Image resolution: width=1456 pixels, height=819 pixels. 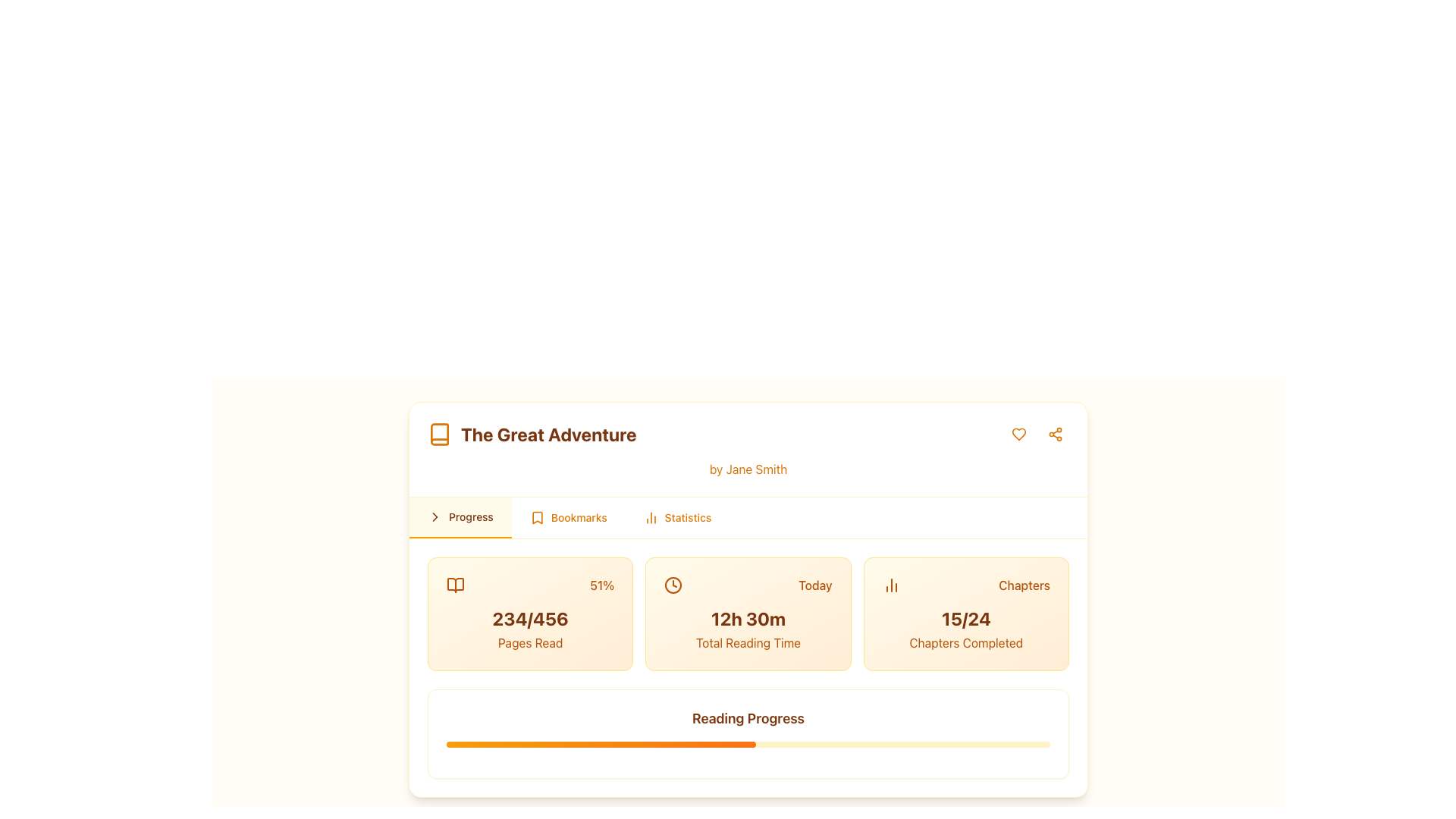 I want to click on the share button located in the top-right corner of the visible card interface, positioned next to the heart-shaped icon, so click(x=1055, y=435).